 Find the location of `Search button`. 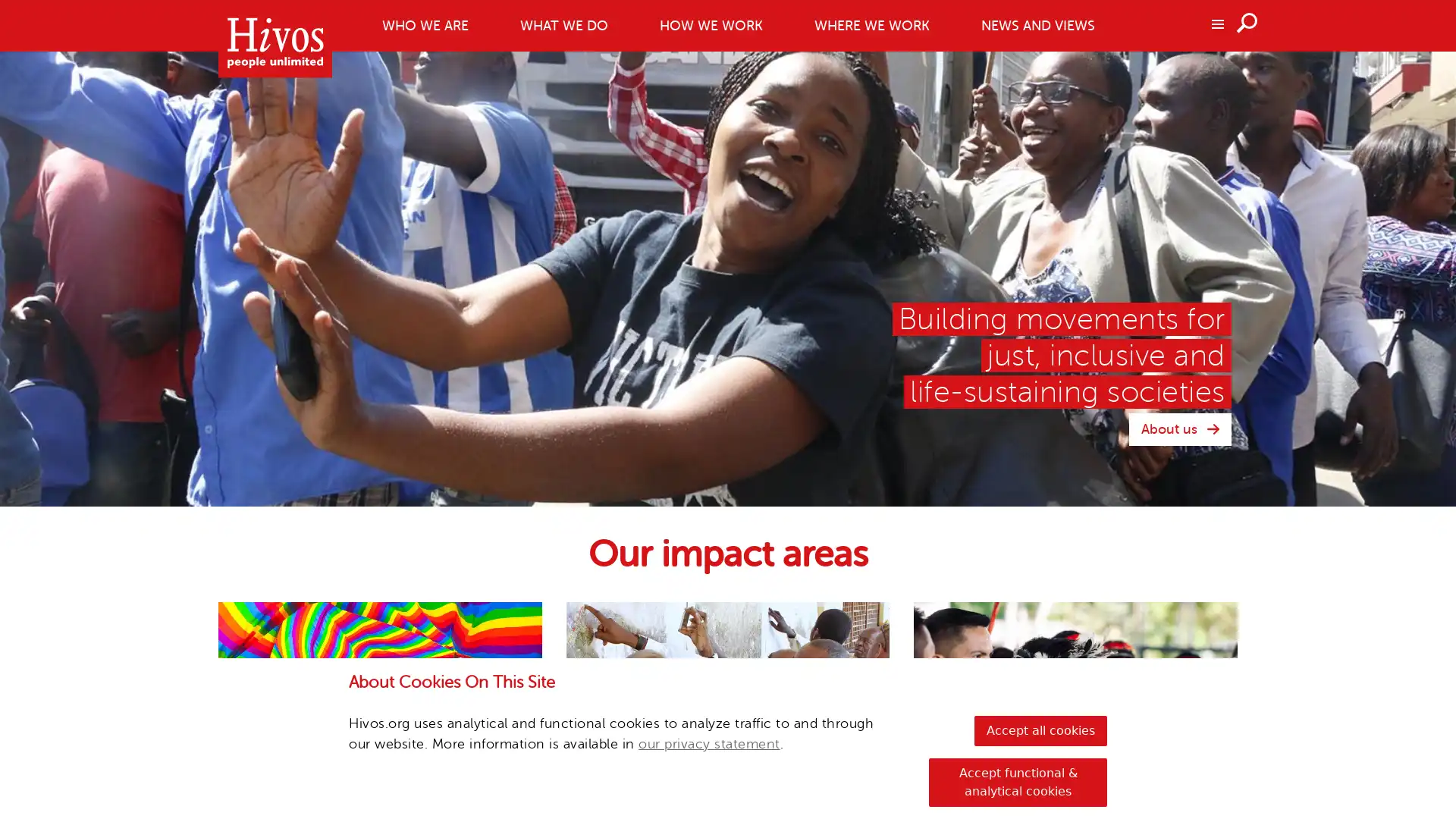

Search button is located at coordinates (1248, 22).